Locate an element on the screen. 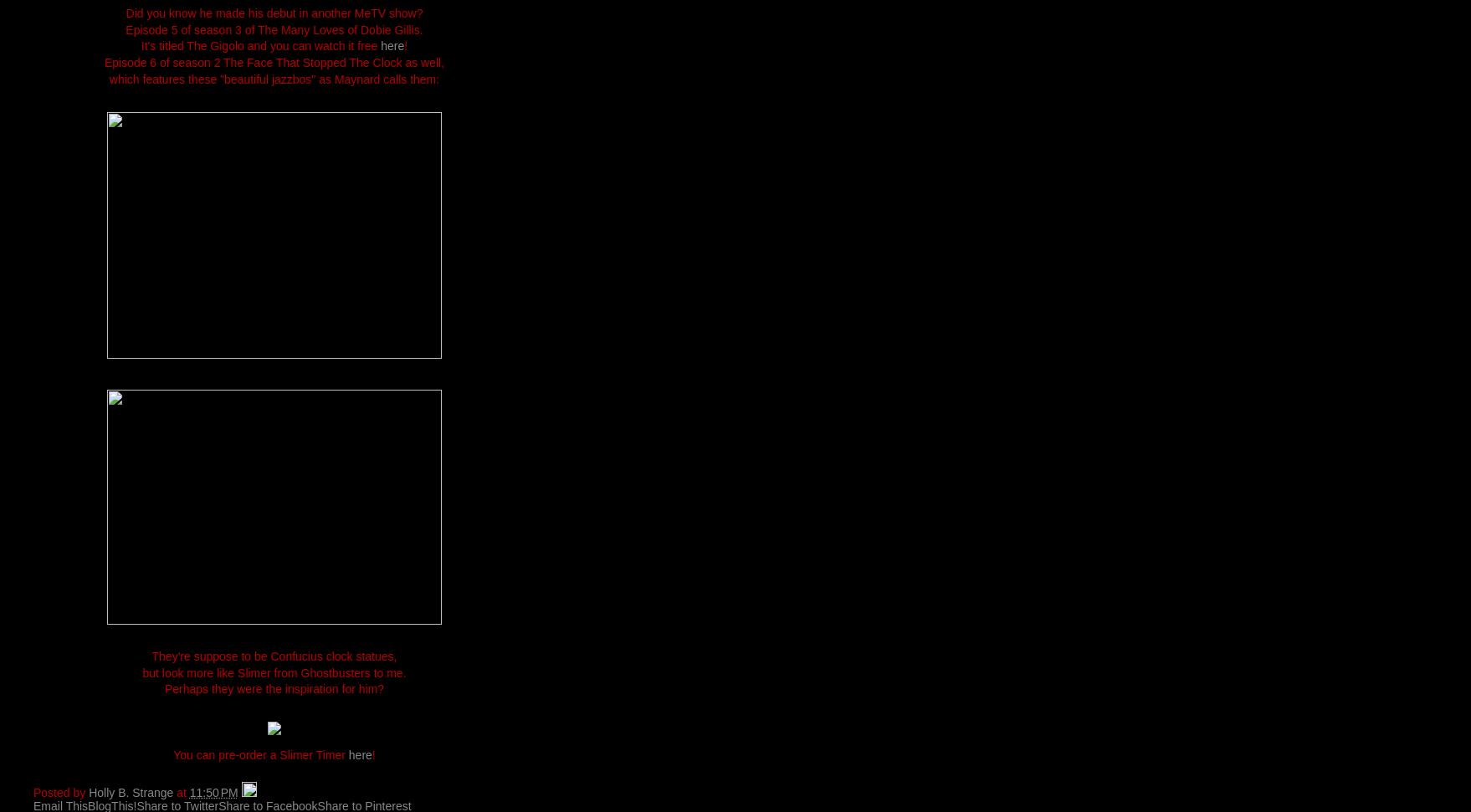 This screenshot has width=1471, height=812. 'but look more like Slimer from Ghostbusters to me.' is located at coordinates (274, 672).